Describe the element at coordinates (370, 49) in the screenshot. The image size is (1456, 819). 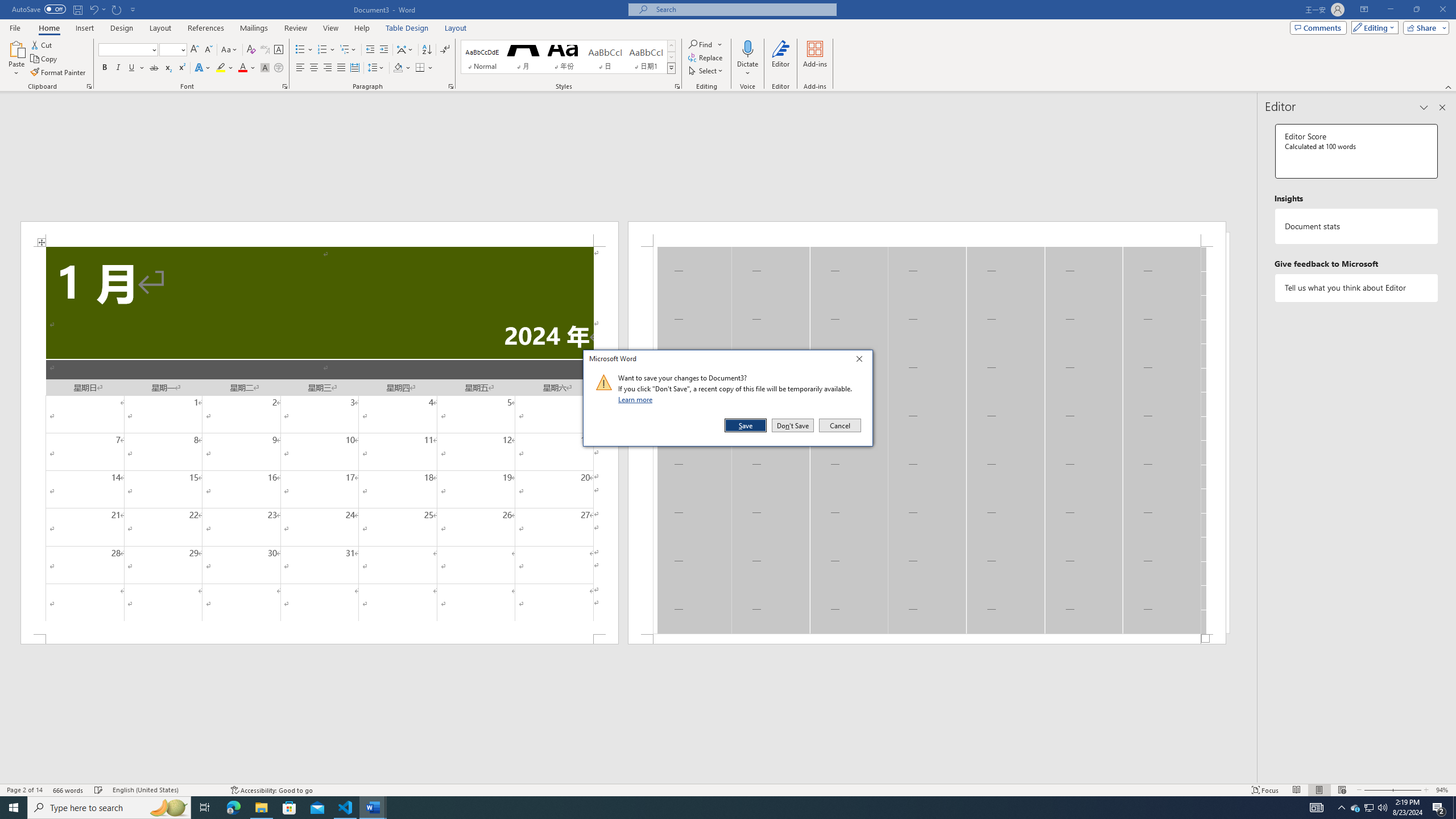
I see `'Decrease Indent'` at that location.